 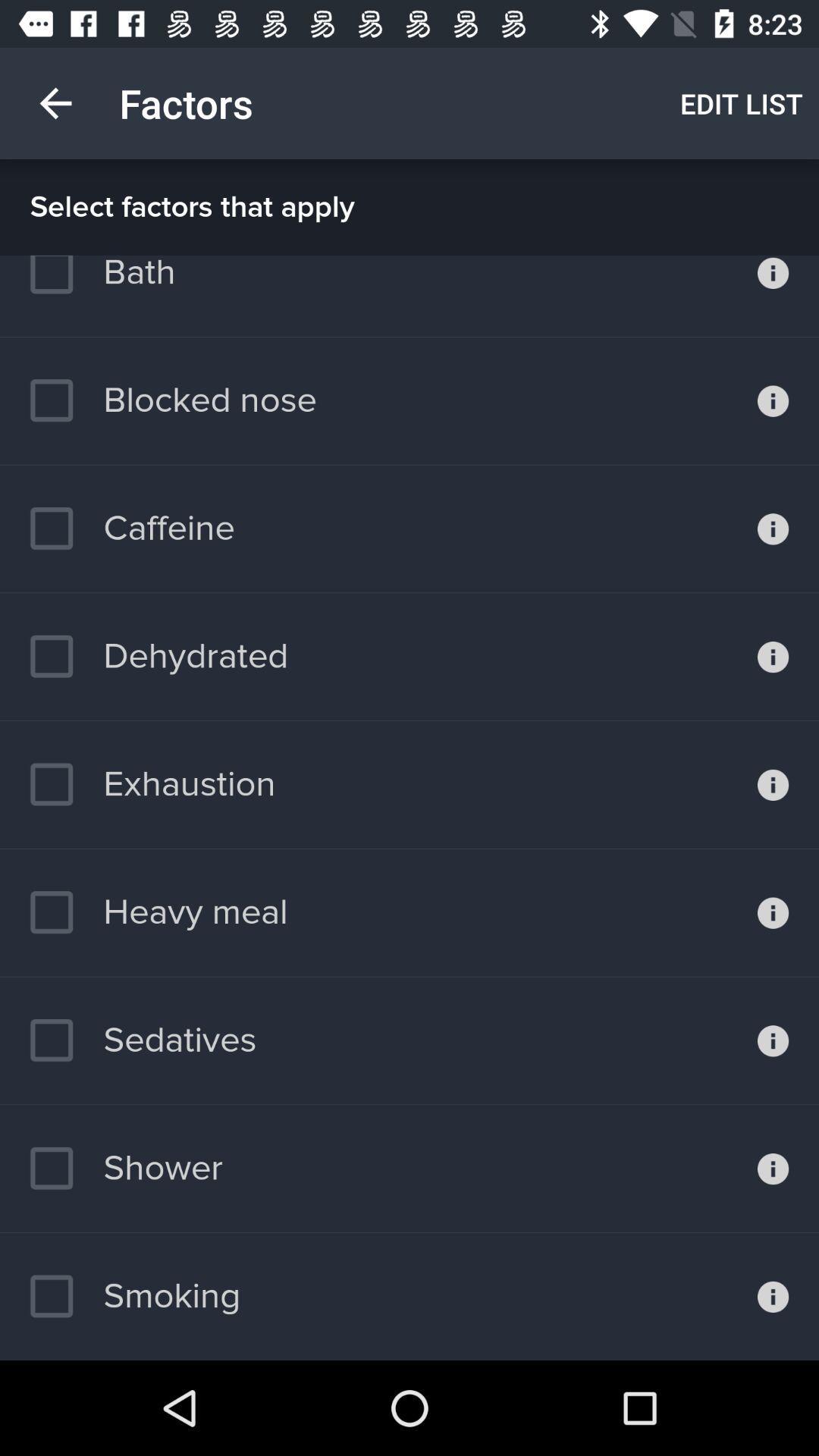 What do you see at coordinates (773, 912) in the screenshot?
I see `get information` at bounding box center [773, 912].